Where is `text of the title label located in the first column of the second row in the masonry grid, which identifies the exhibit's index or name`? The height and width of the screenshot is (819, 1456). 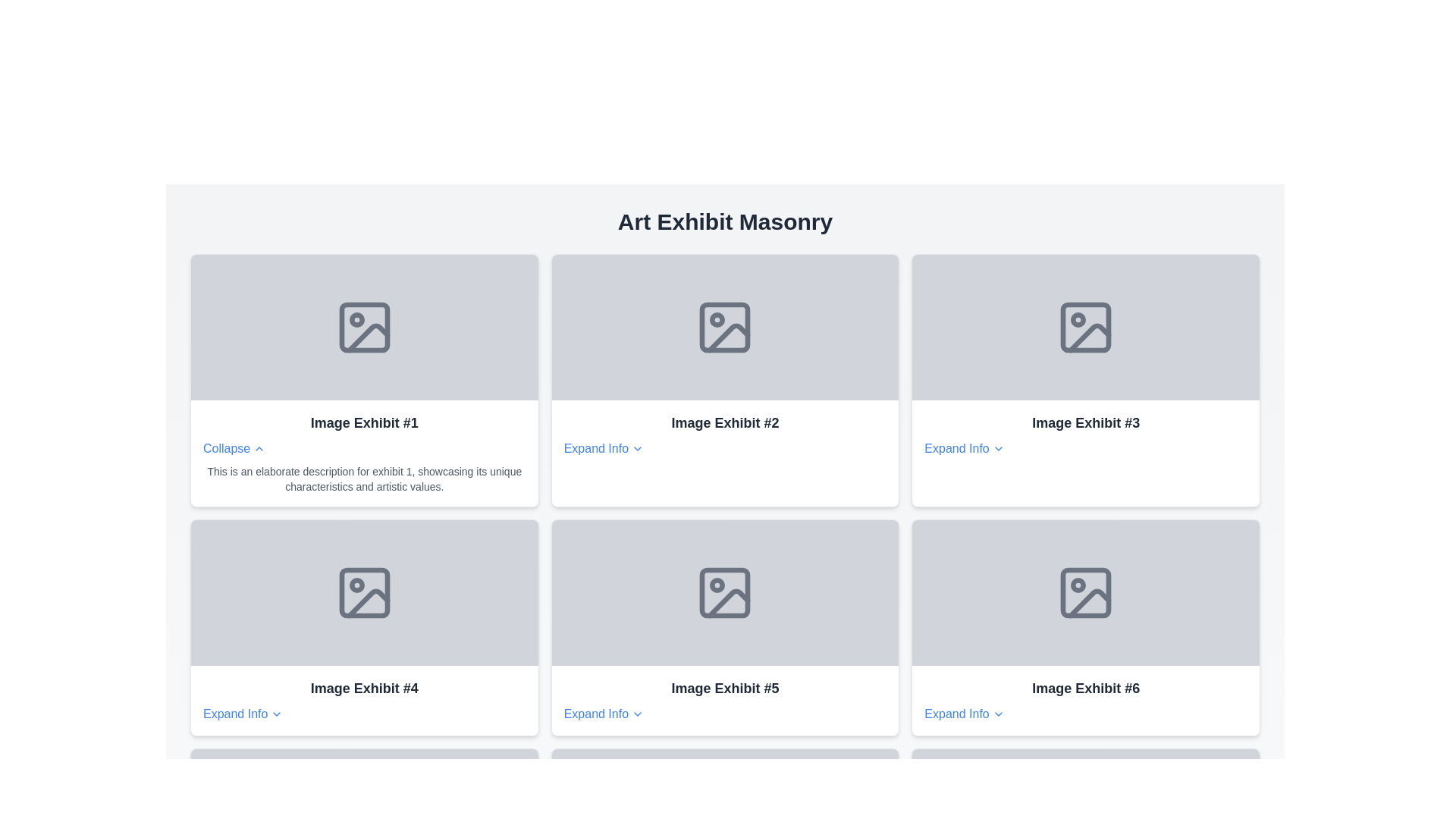
text of the title label located in the first column of the second row in the masonry grid, which identifies the exhibit's index or name is located at coordinates (364, 688).